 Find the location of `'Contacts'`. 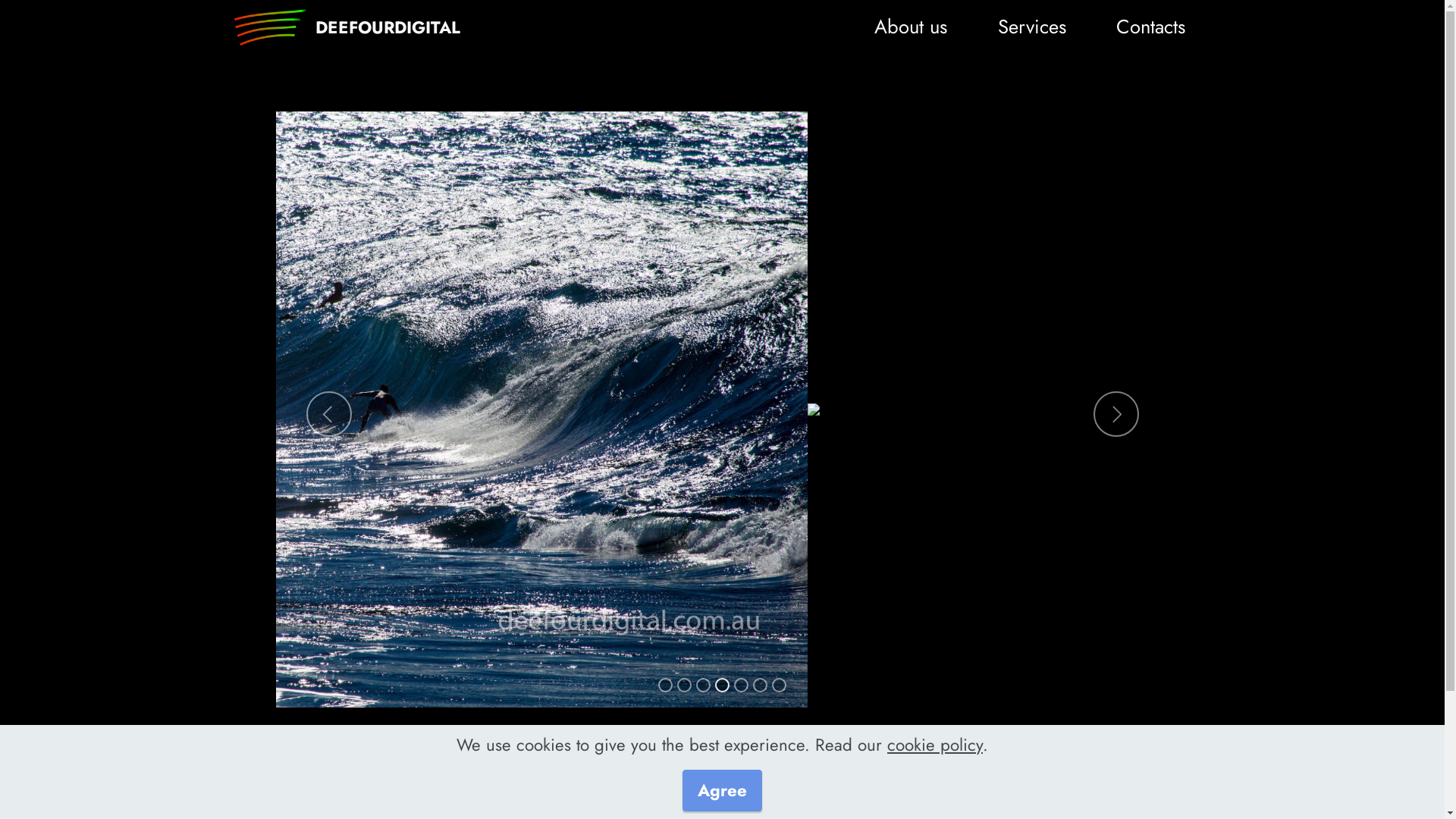

'Contacts' is located at coordinates (1150, 27).